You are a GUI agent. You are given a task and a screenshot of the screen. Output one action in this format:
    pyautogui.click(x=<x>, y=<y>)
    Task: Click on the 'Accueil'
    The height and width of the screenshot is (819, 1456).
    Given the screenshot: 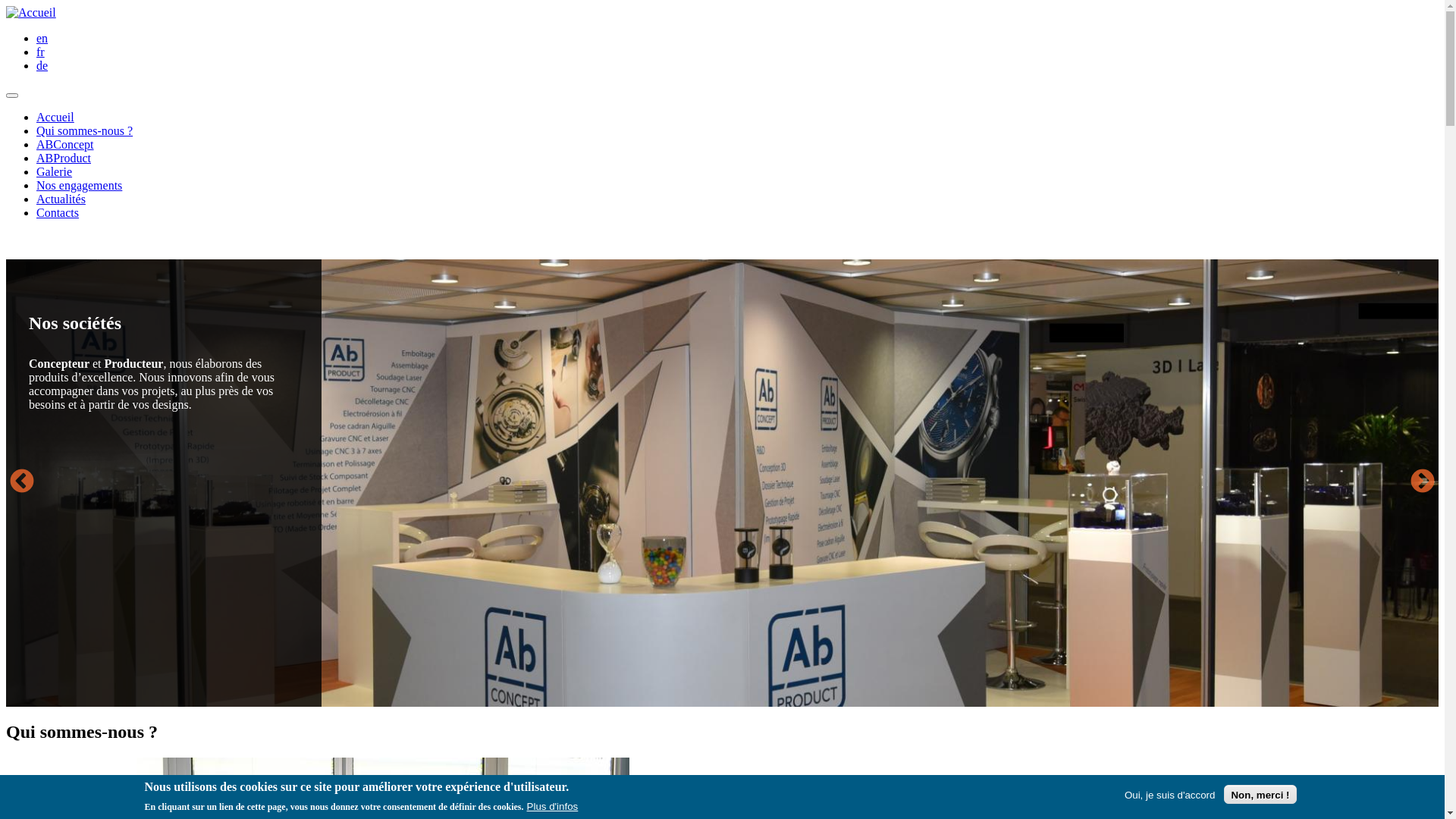 What is the action you would take?
    pyautogui.click(x=31, y=12)
    